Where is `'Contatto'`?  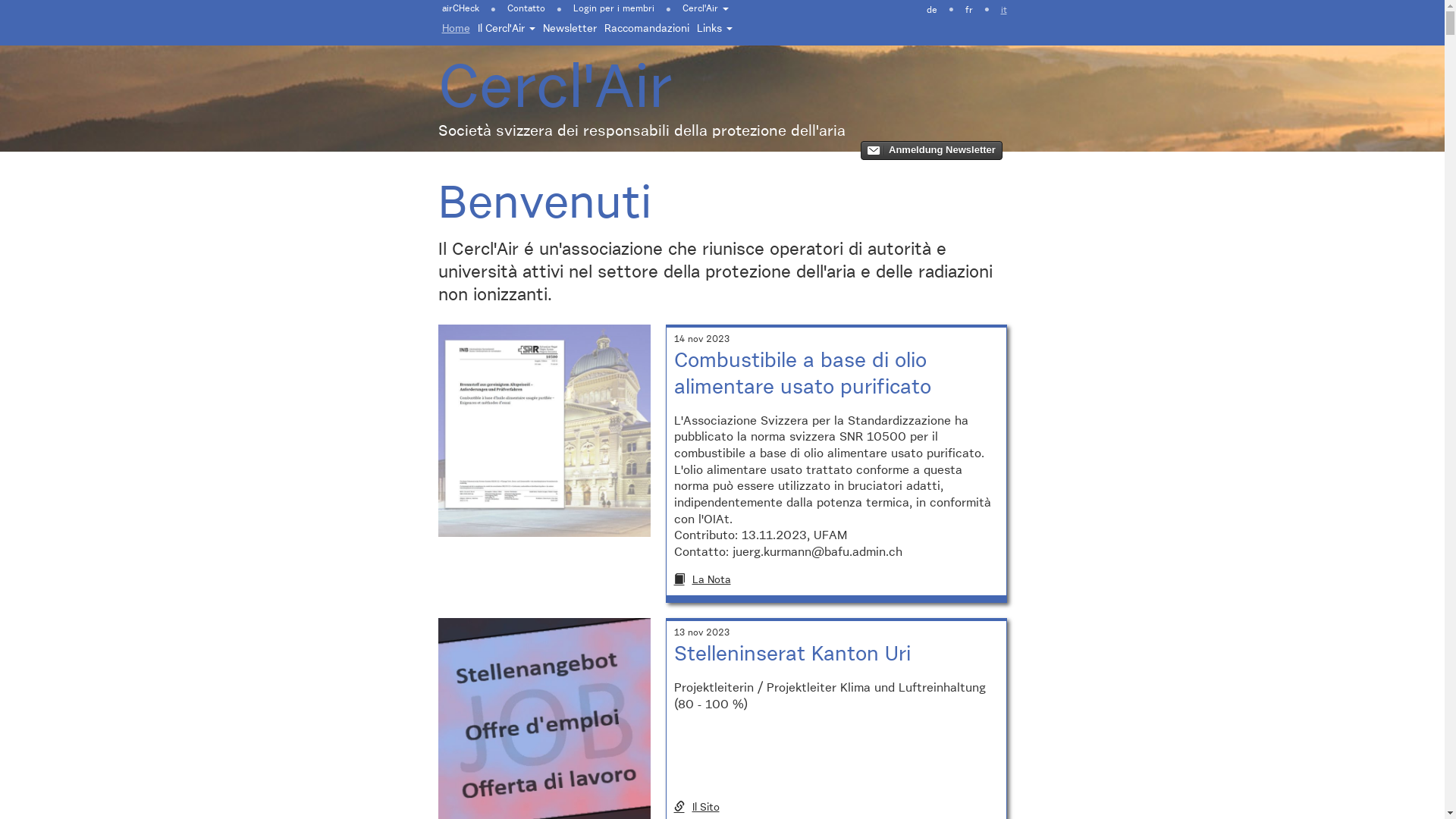 'Contatto' is located at coordinates (526, 8).